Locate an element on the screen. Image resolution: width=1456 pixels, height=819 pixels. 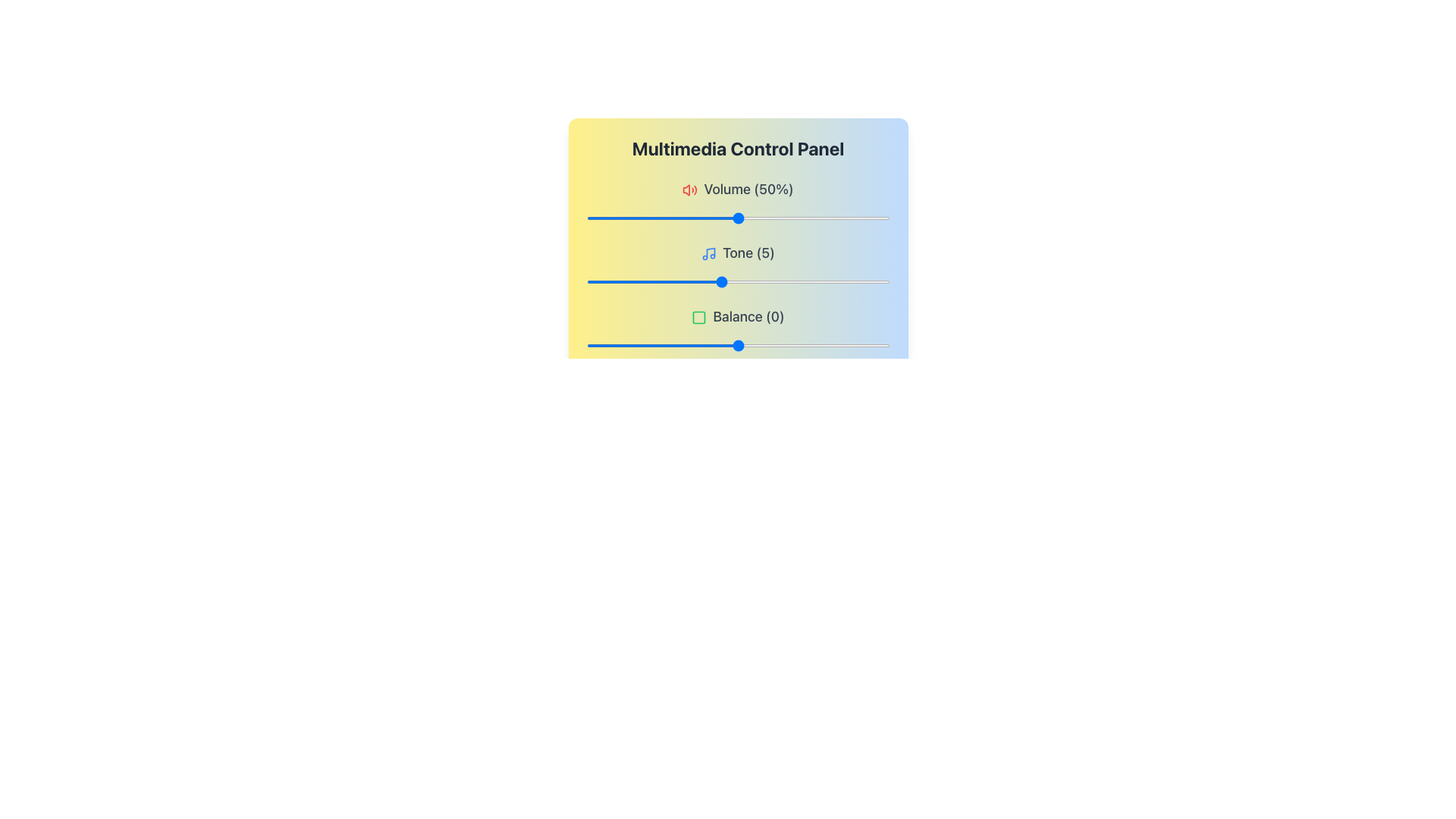
balance is located at coordinates (853, 345).